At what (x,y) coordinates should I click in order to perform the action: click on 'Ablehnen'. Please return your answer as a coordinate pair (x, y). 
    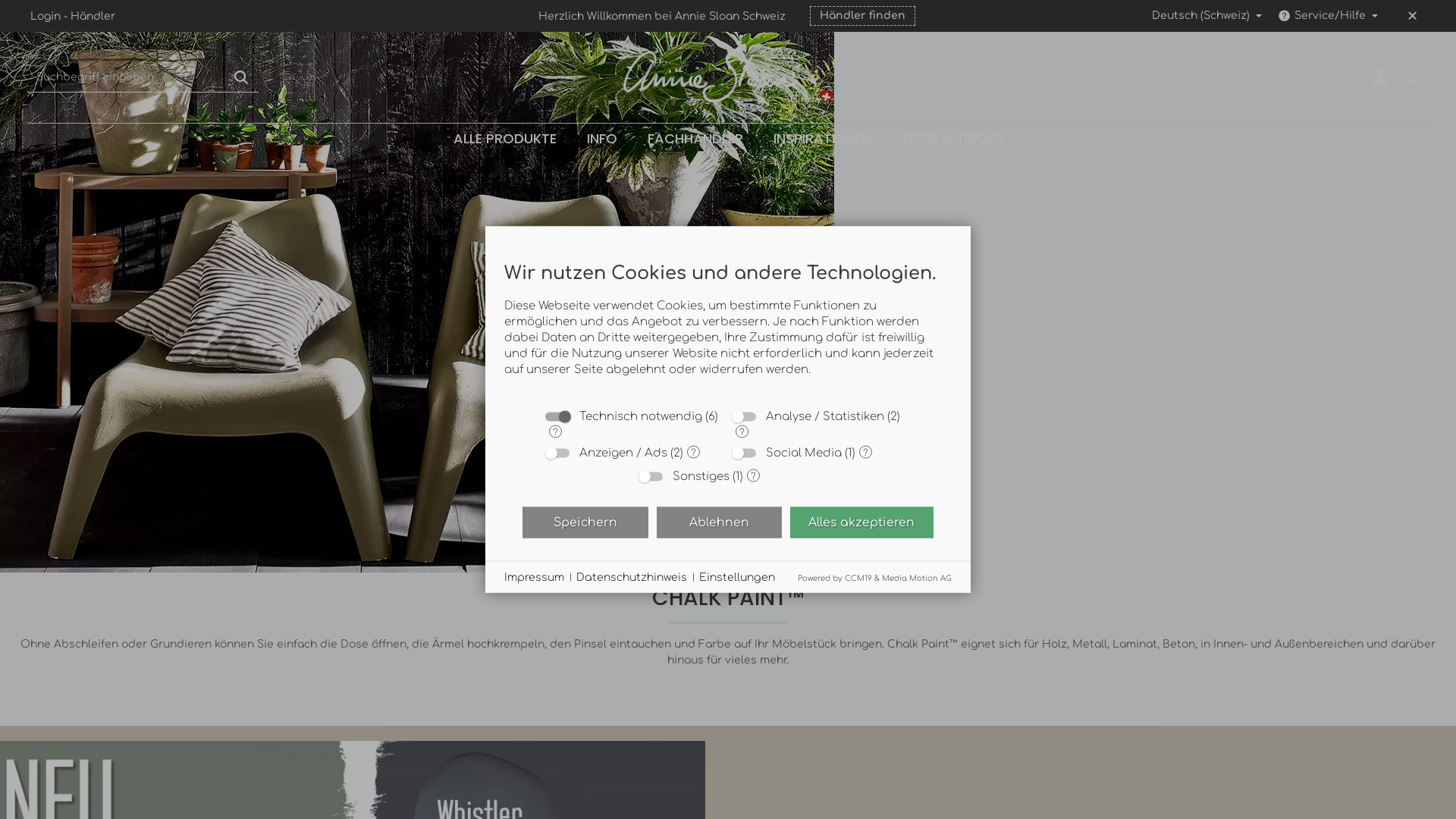
    Looking at the image, I should click on (718, 521).